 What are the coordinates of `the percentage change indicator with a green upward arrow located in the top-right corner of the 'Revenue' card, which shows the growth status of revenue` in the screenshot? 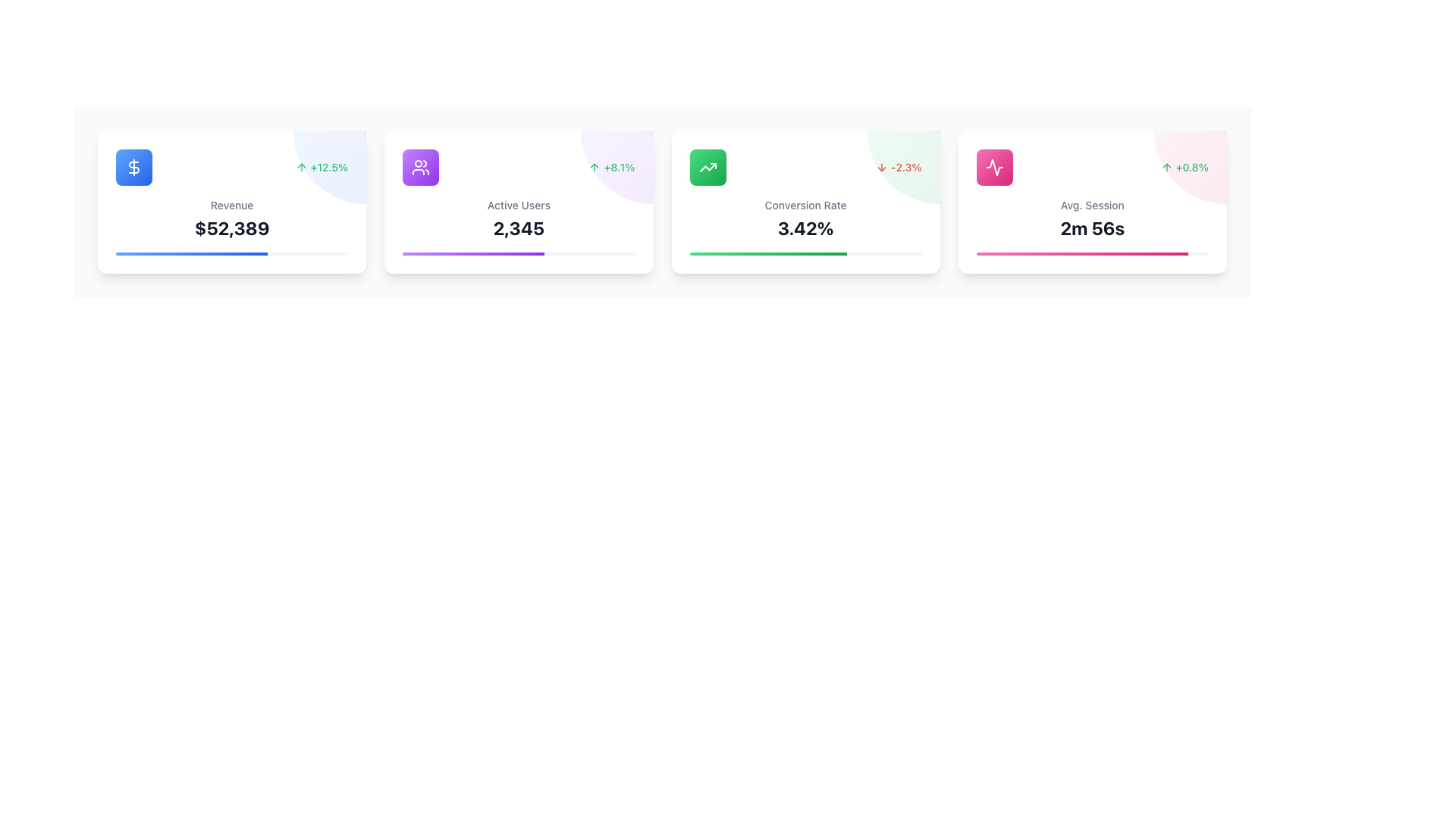 It's located at (321, 167).